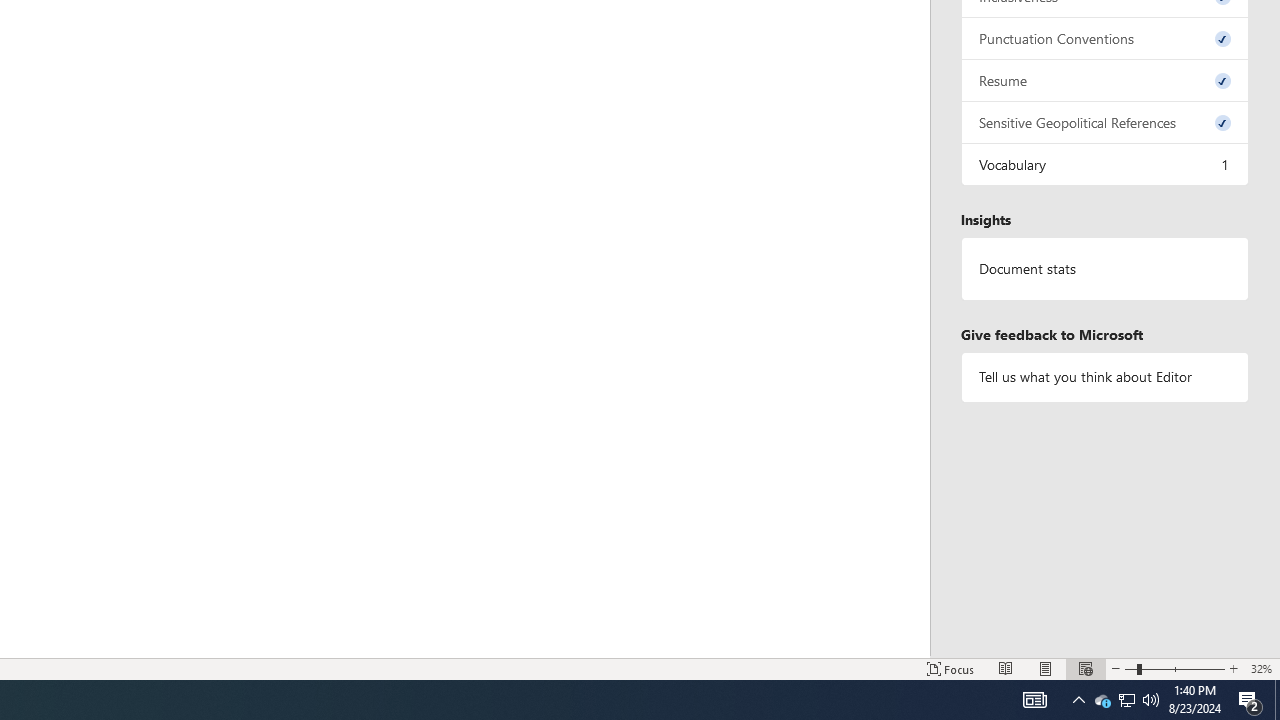 This screenshot has height=720, width=1280. Describe the element at coordinates (1260, 669) in the screenshot. I see `'Zoom 32%'` at that location.